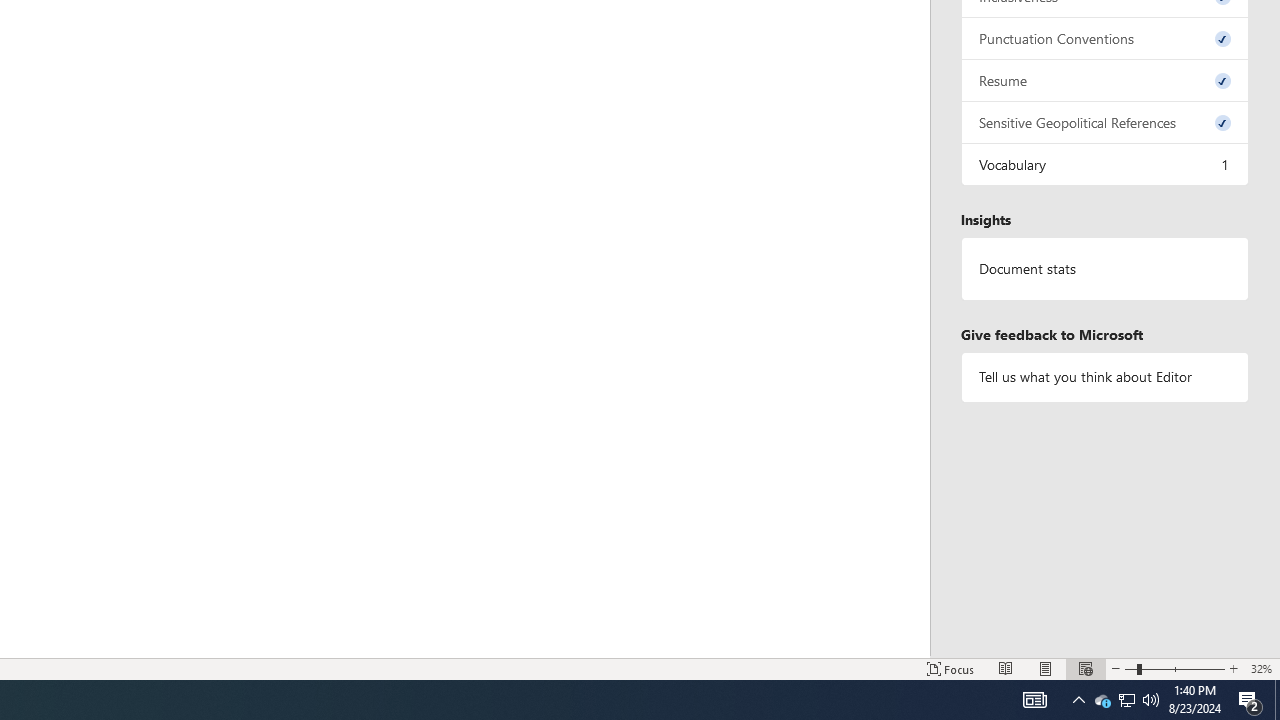 This screenshot has height=720, width=1280. Describe the element at coordinates (1260, 669) in the screenshot. I see `'Zoom 32%'` at that location.